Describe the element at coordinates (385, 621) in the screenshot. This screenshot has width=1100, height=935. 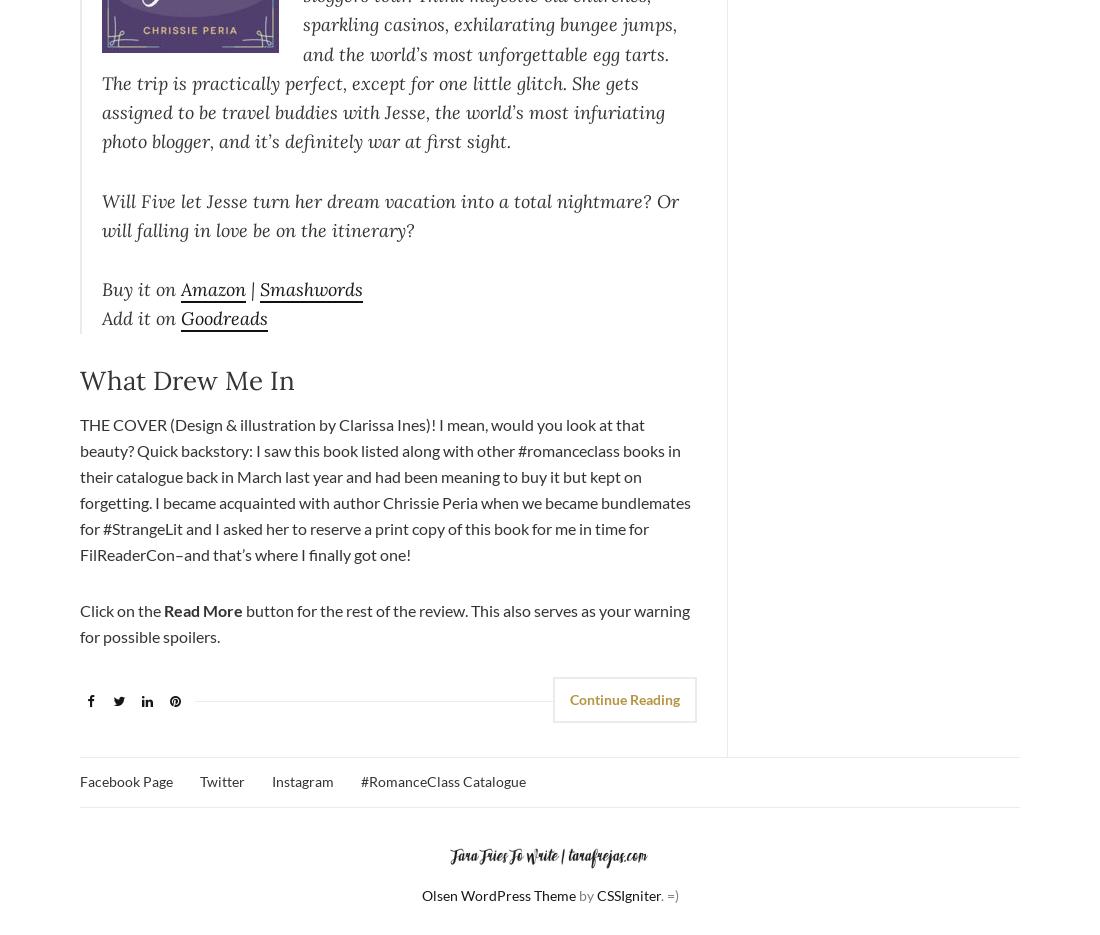
I see `'button for the rest of the review. This also serves as your warning for possible spoilers.'` at that location.